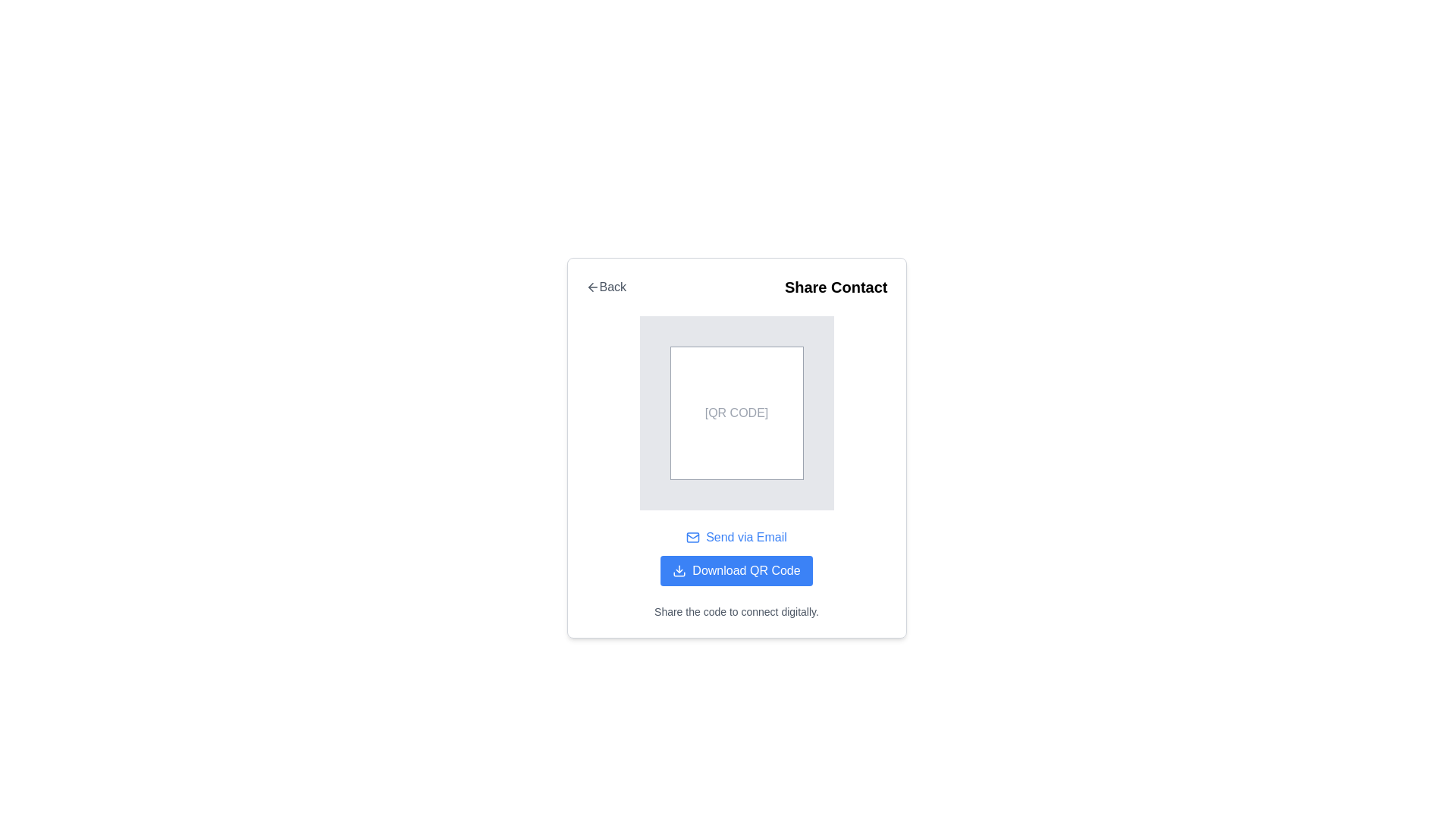  What do you see at coordinates (692, 537) in the screenshot?
I see `the small email icon styled as an envelope located directly to the left of the 'Send via Email' text` at bounding box center [692, 537].